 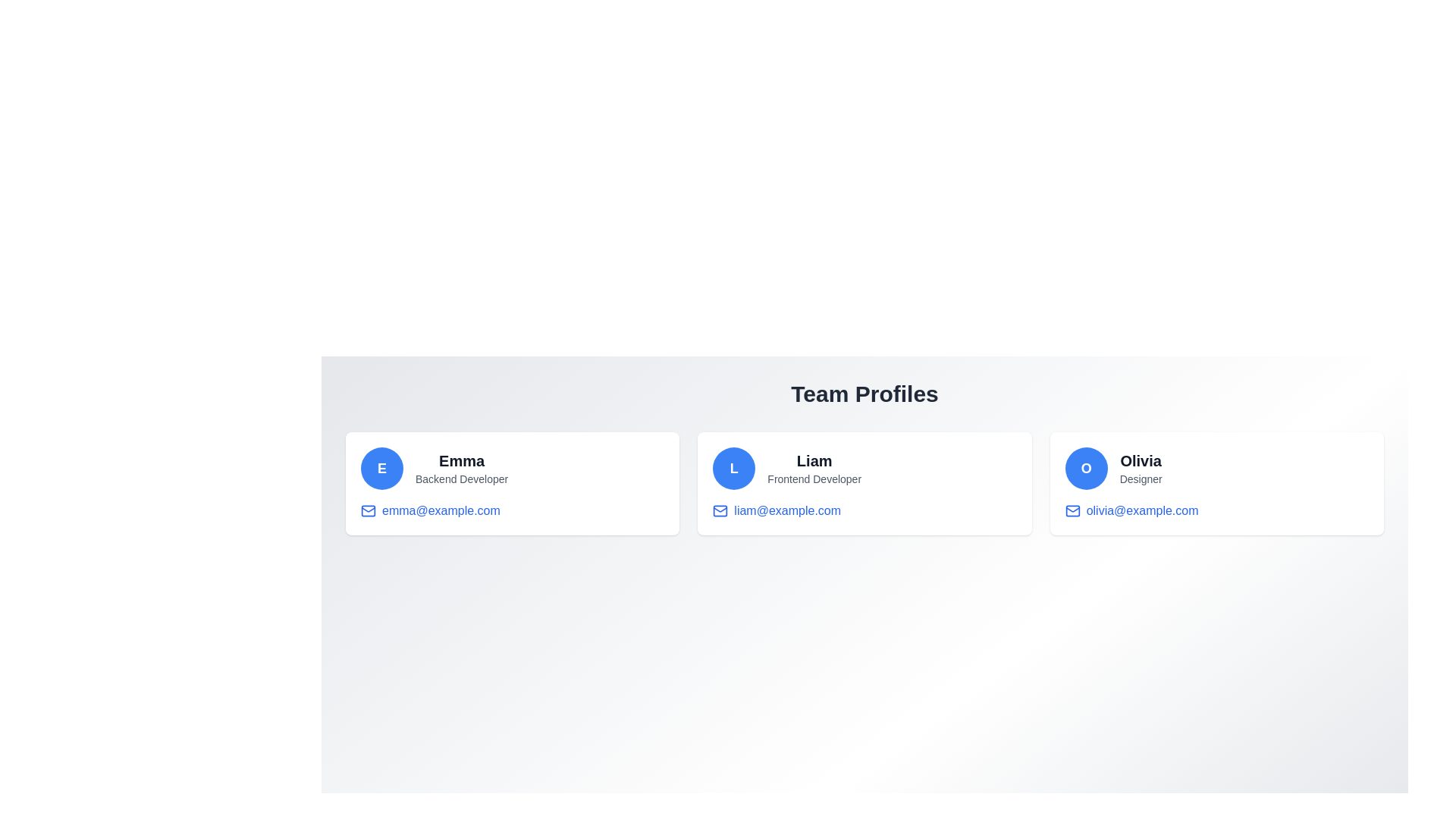 I want to click on the label that conveys Emma's role in the team, which is centrally aligned below the name 'Emma' and above the email address 'emma@example.com' in the leftmost profile card, so click(x=461, y=479).